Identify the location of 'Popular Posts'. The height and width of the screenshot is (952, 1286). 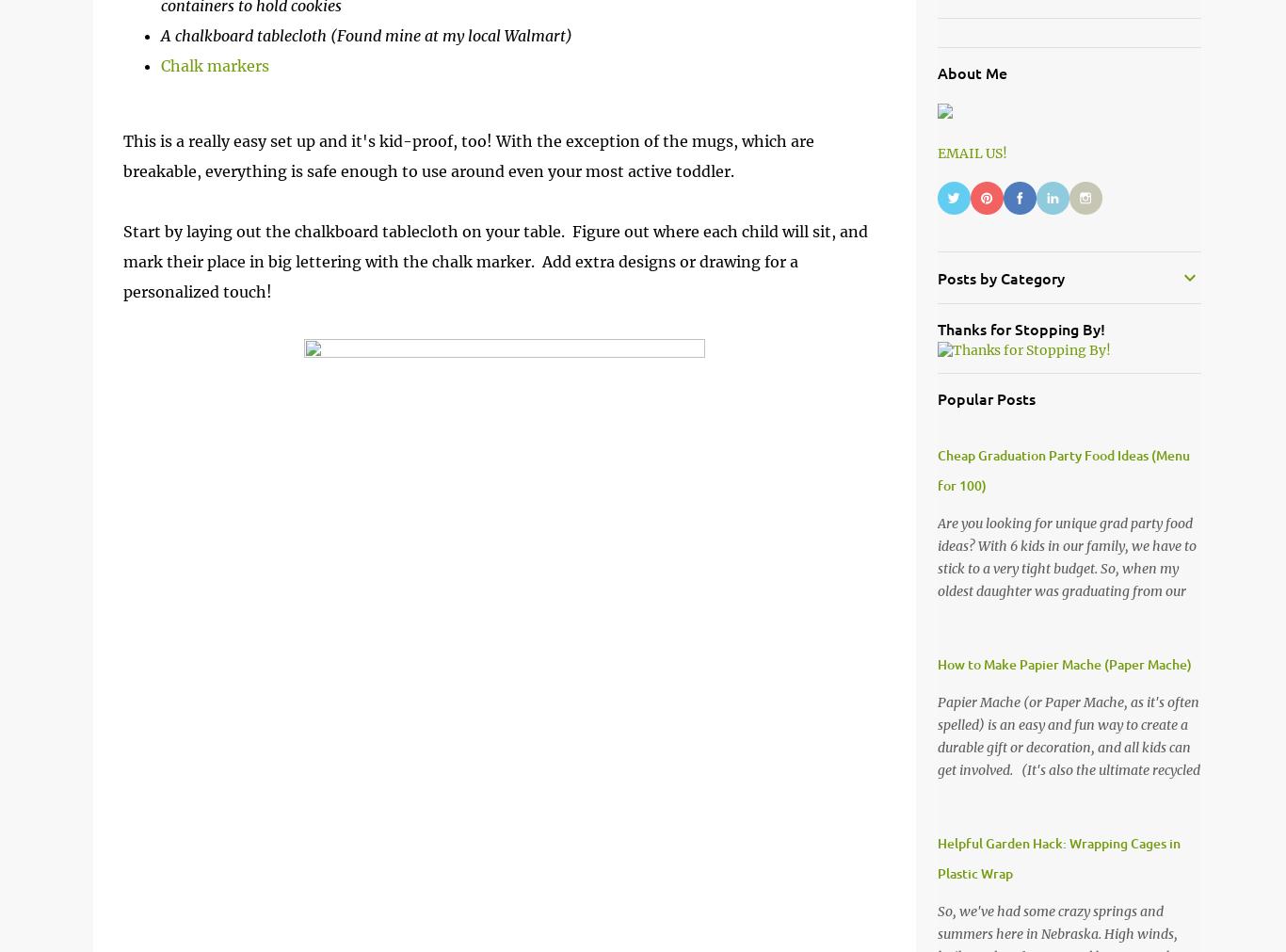
(985, 397).